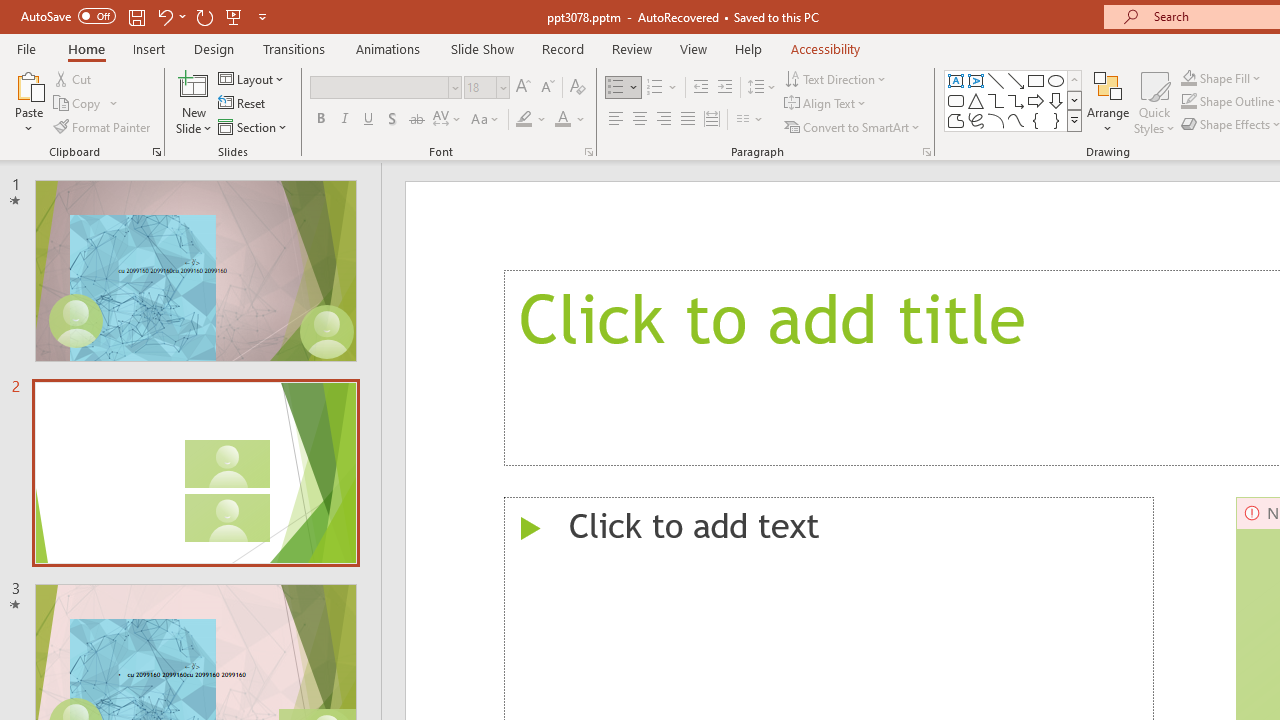 The height and width of the screenshot is (720, 1280). Describe the element at coordinates (1036, 120) in the screenshot. I see `'Left Brace'` at that location.